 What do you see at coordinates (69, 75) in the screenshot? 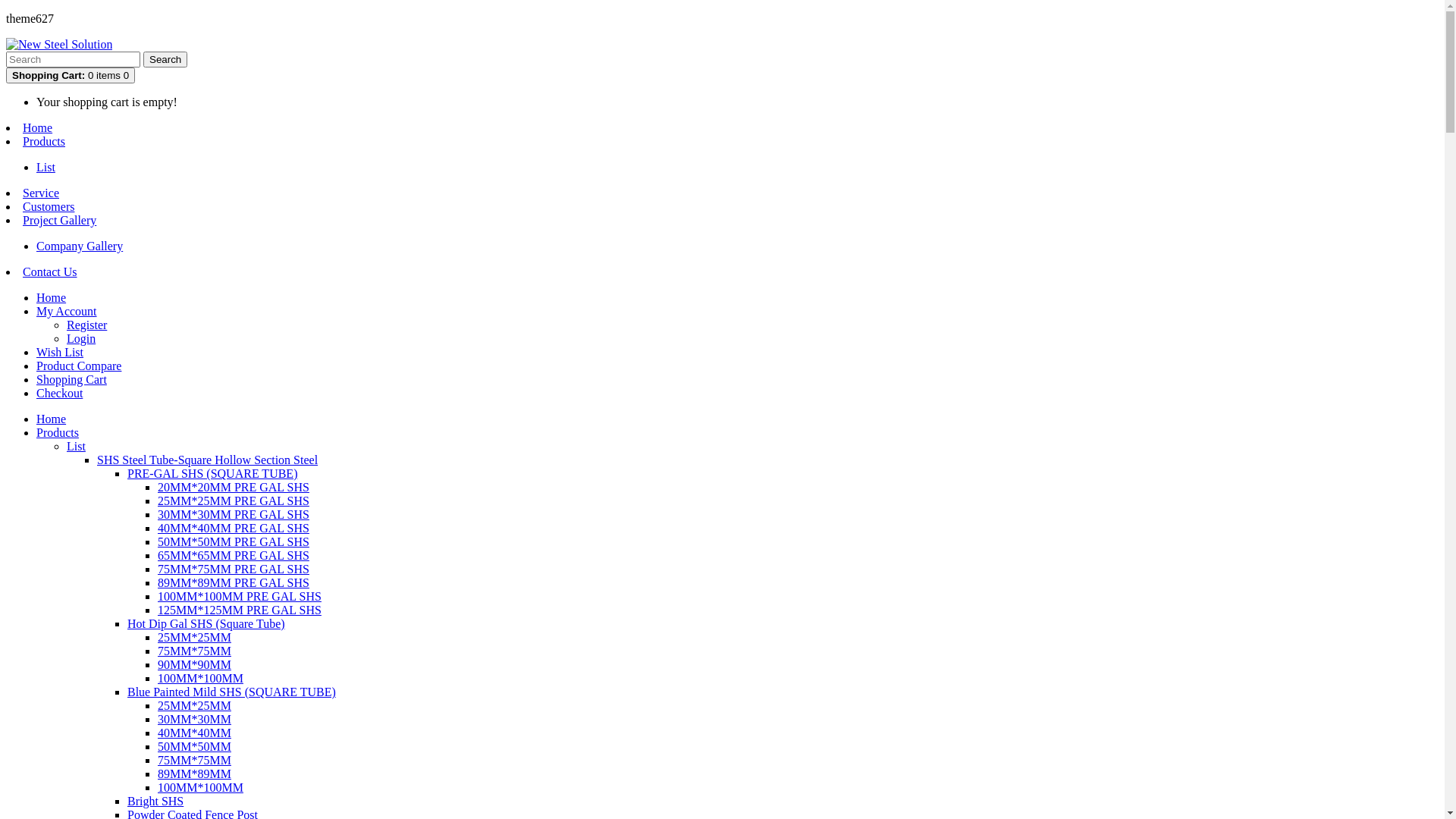
I see `'Shopping Cart: 0 items 0'` at bounding box center [69, 75].